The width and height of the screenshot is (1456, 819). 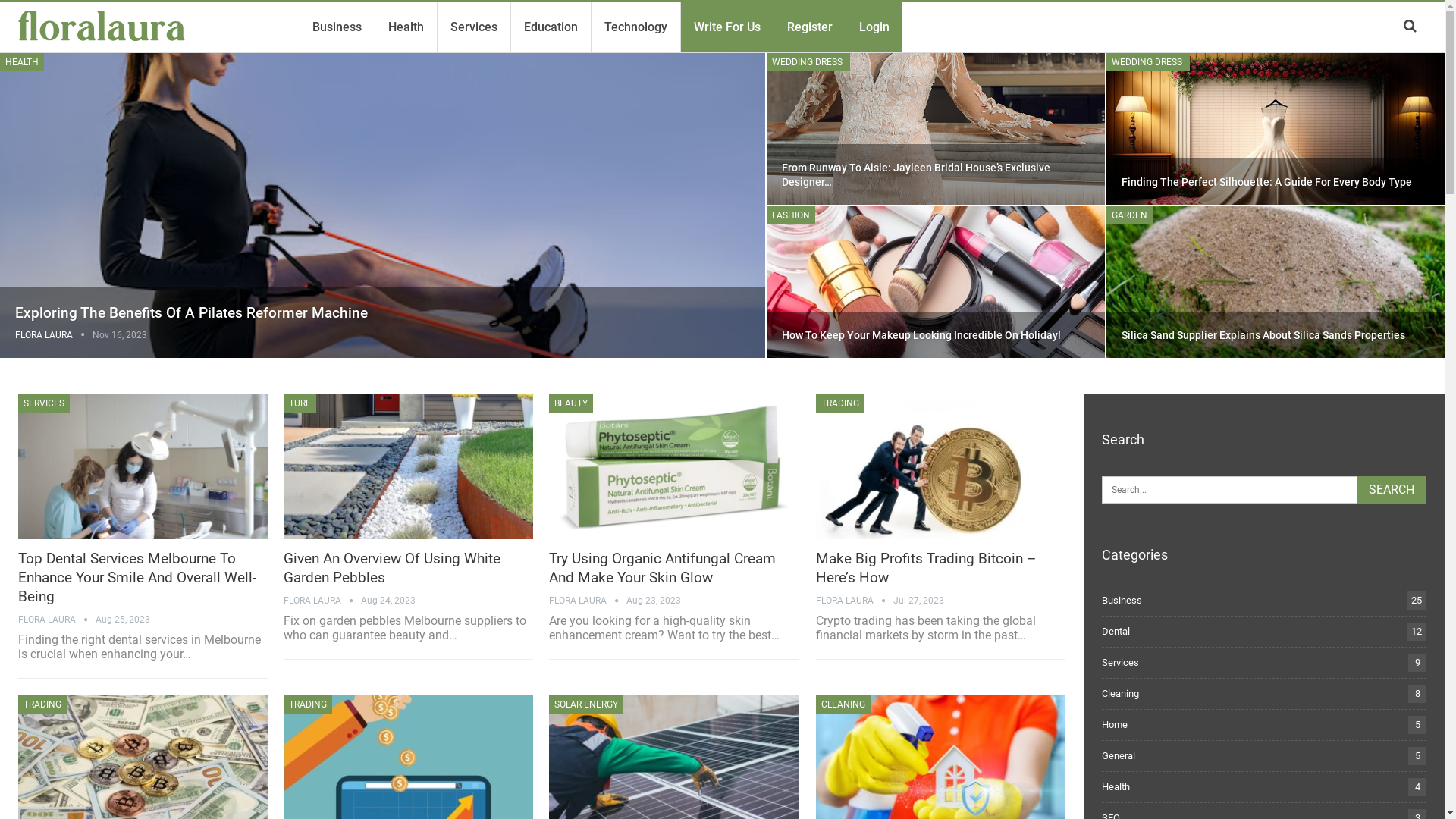 What do you see at coordinates (42, 704) in the screenshot?
I see `'TRADING'` at bounding box center [42, 704].